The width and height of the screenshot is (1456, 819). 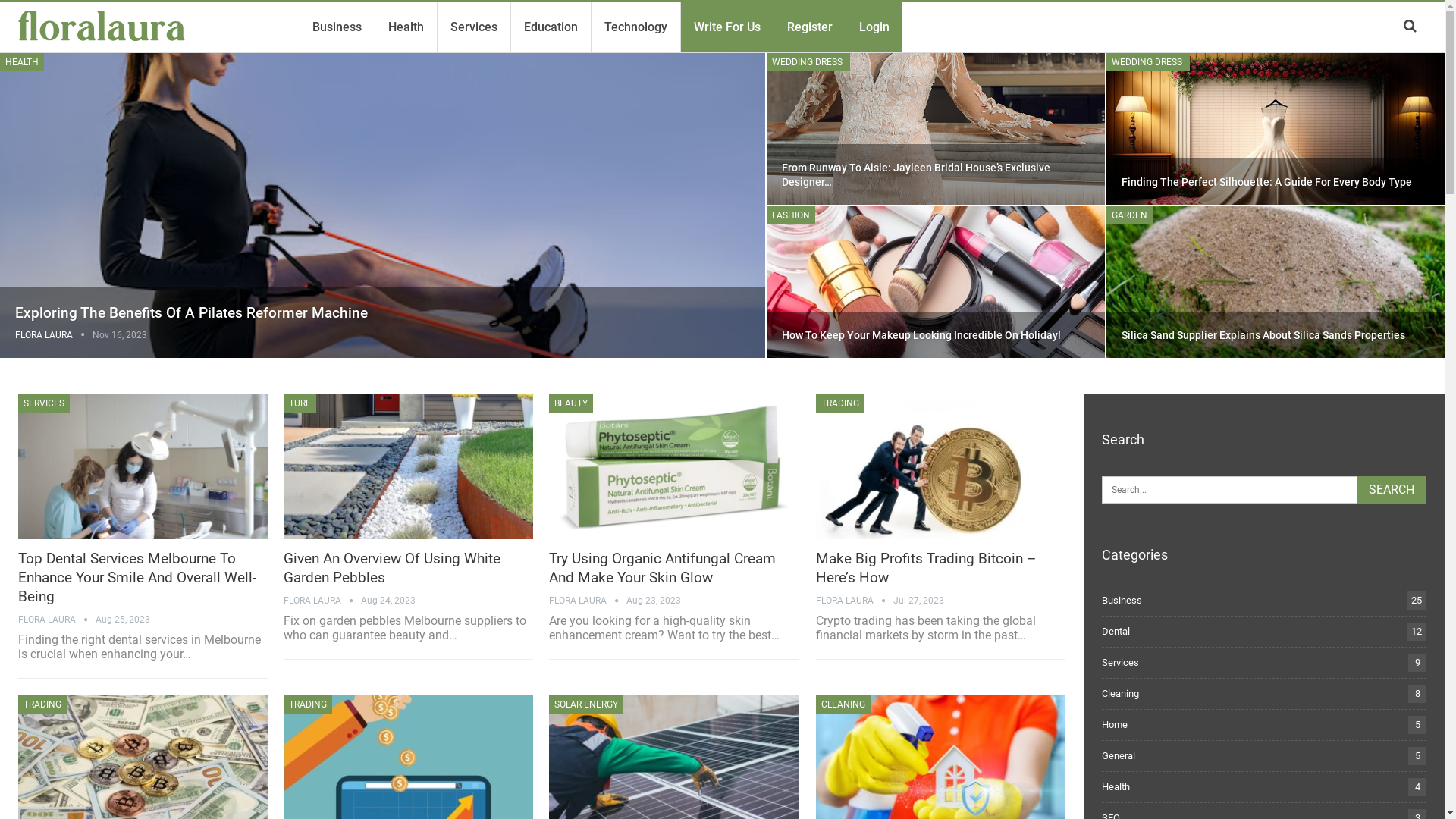 What do you see at coordinates (42, 704) in the screenshot?
I see `'TRADING'` at bounding box center [42, 704].